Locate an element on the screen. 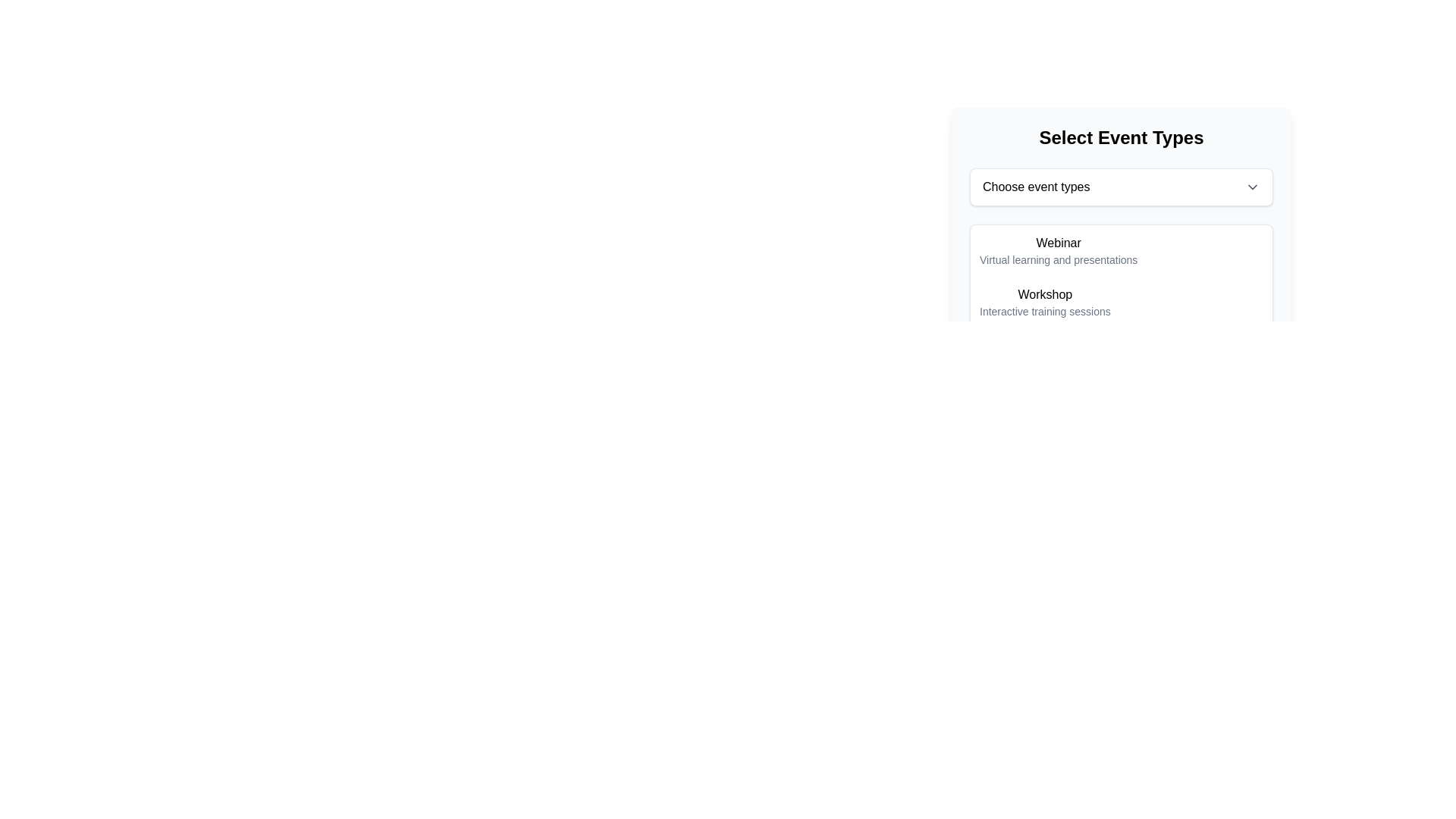 This screenshot has width=1456, height=819. the static text component reading 'Interactive training sessions' displayed in a smaller font size and grayish color, which is located below the heading 'Workshop' within a list of event types is located at coordinates (1044, 311).